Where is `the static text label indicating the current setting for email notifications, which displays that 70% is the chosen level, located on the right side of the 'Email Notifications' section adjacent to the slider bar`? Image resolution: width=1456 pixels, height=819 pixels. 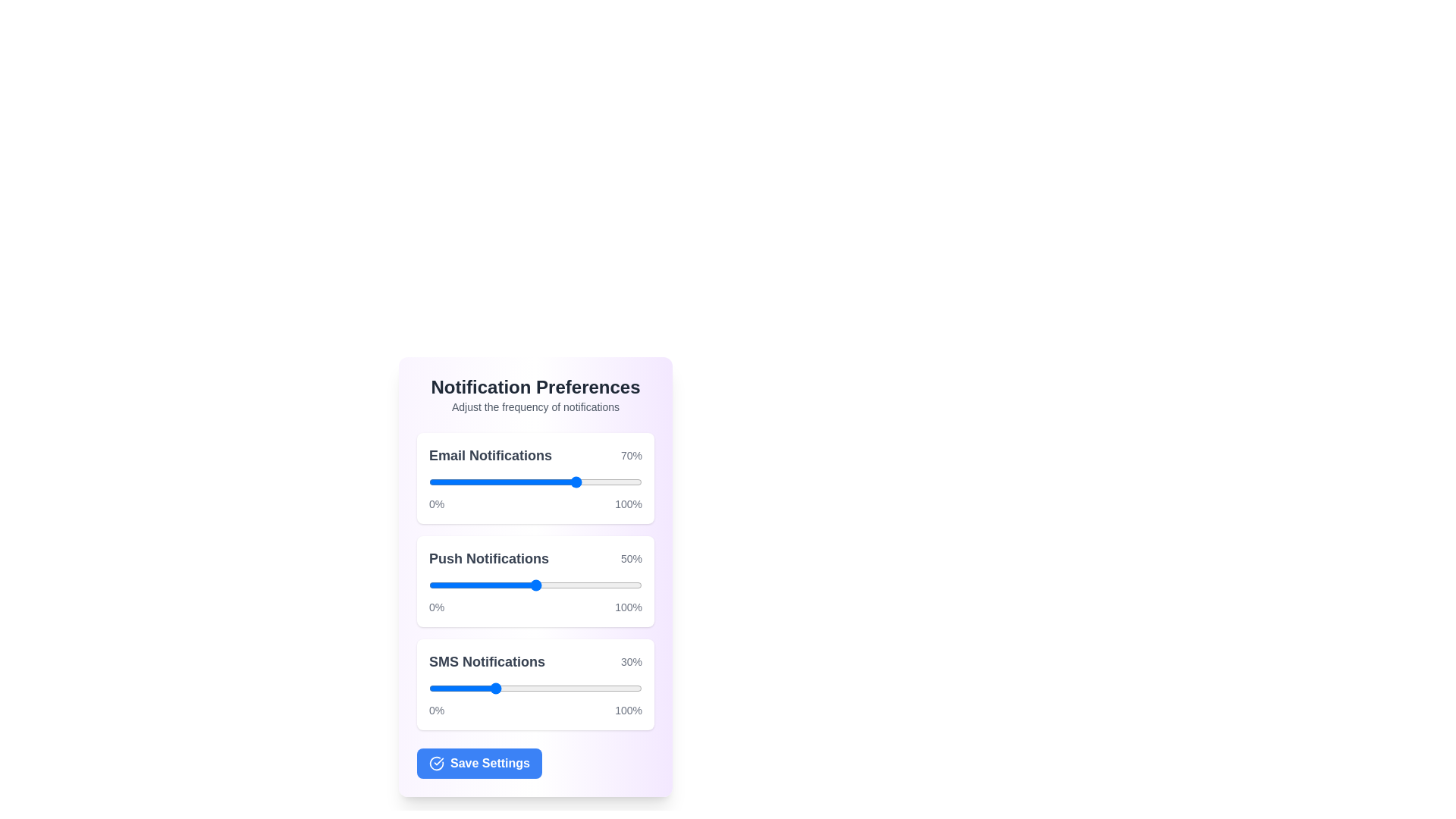 the static text label indicating the current setting for email notifications, which displays that 70% is the chosen level, located on the right side of the 'Email Notifications' section adjacent to the slider bar is located at coordinates (631, 455).